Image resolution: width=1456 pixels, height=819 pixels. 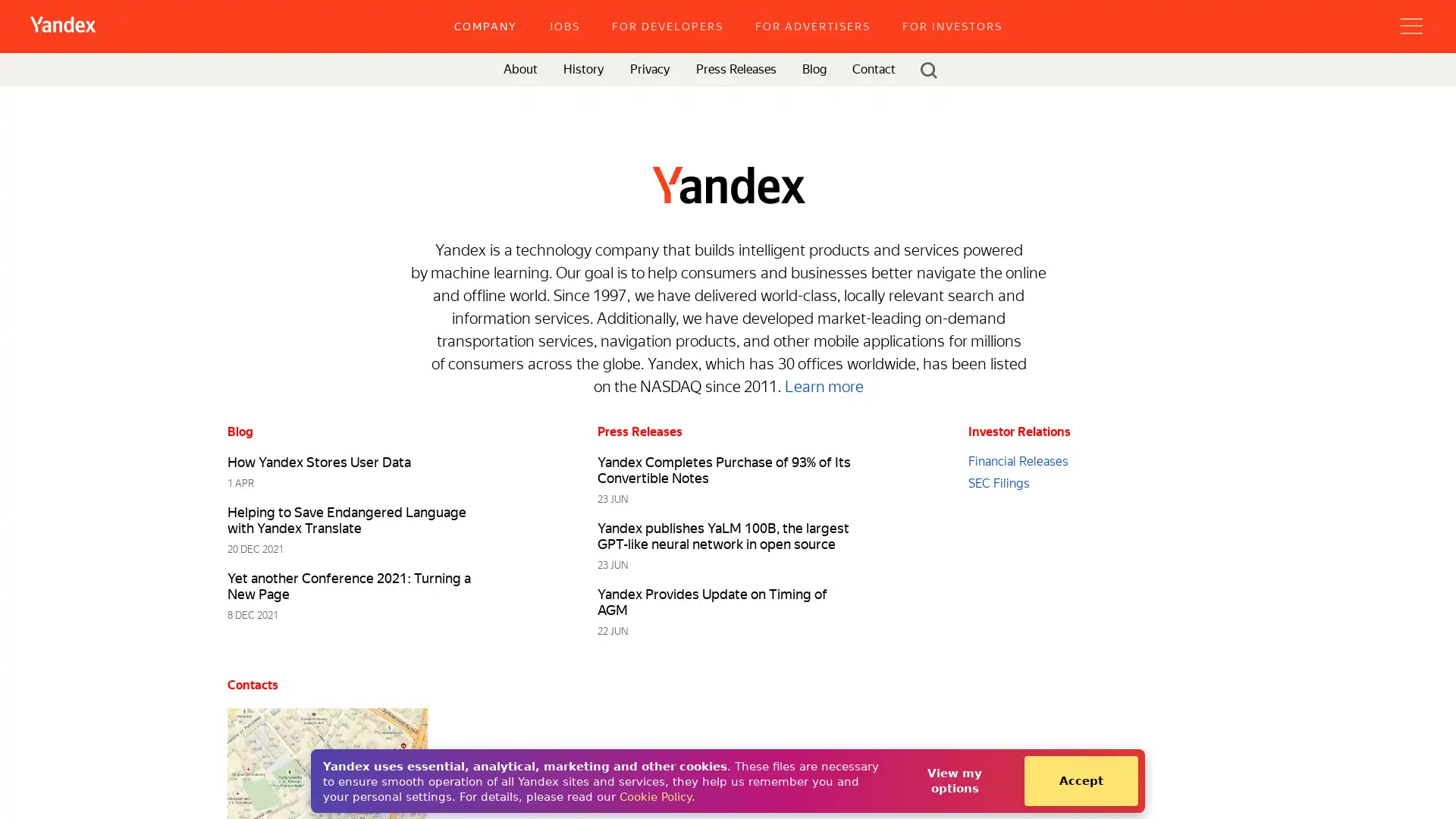 What do you see at coordinates (1080, 780) in the screenshot?
I see `Accept` at bounding box center [1080, 780].